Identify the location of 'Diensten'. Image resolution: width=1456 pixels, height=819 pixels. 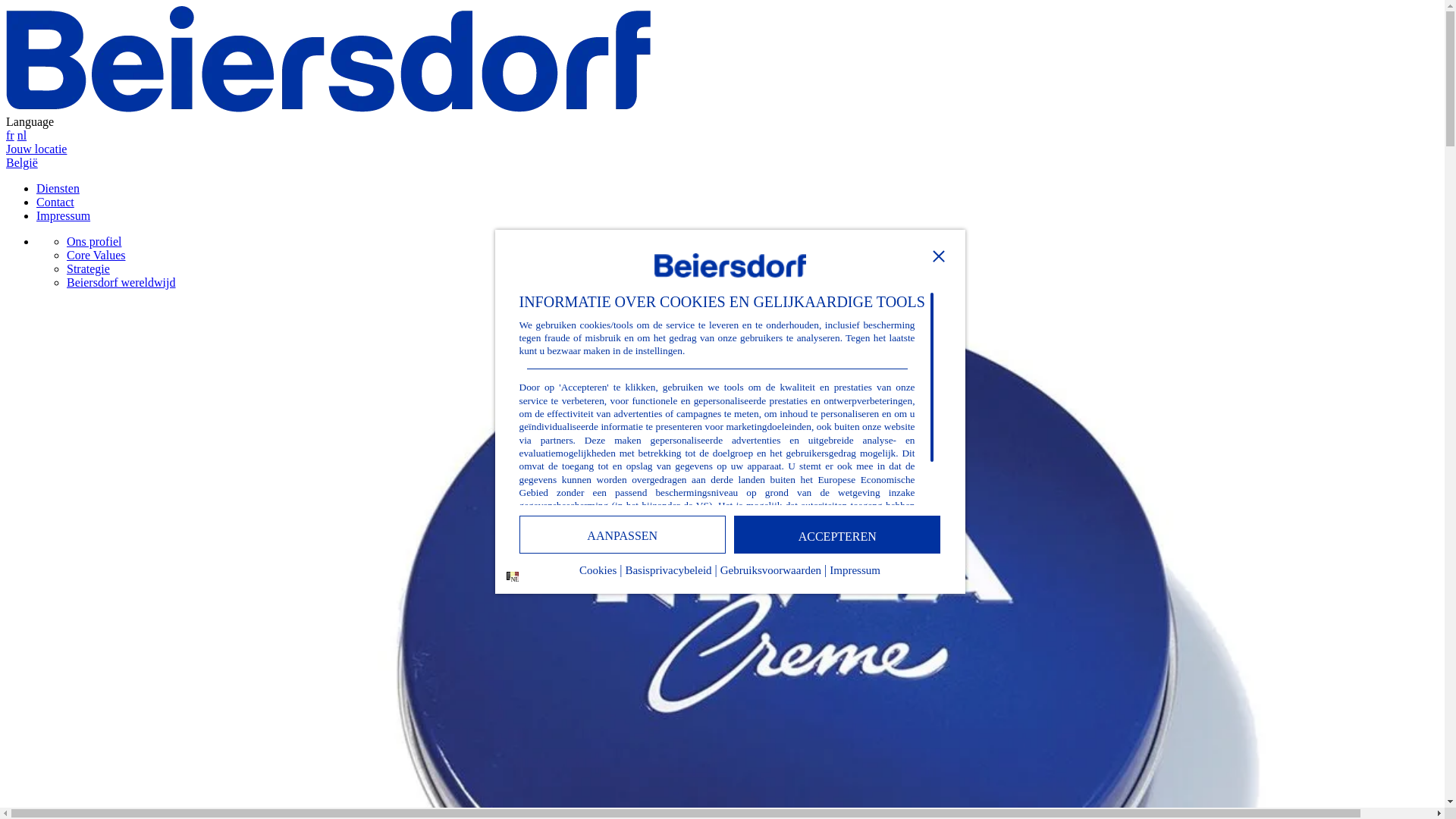
(58, 187).